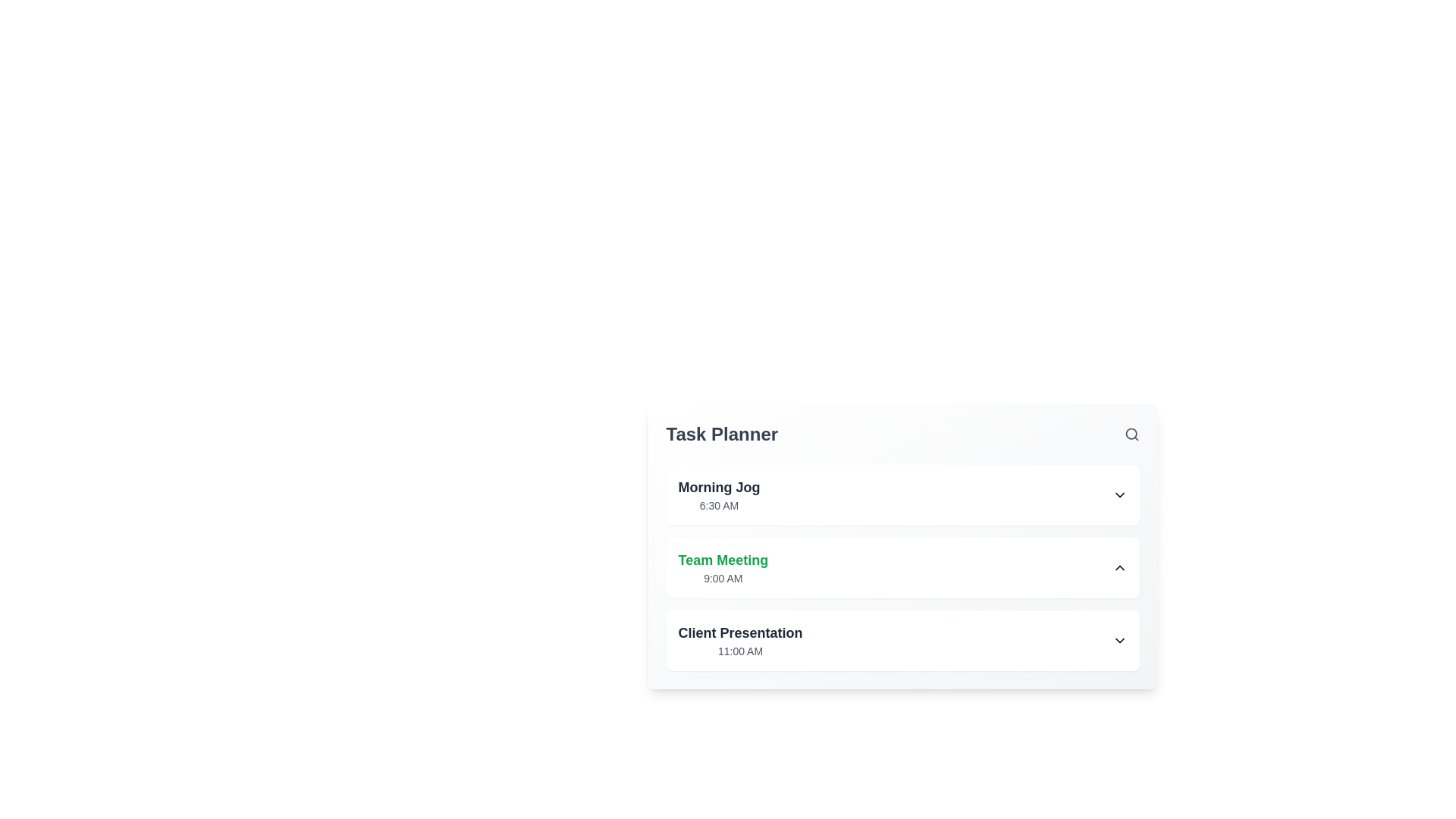  What do you see at coordinates (1119, 494) in the screenshot?
I see `the downwards chevron-shaped icon located at the far right side of the 'Morning Jog 6:30 AM' row` at bounding box center [1119, 494].